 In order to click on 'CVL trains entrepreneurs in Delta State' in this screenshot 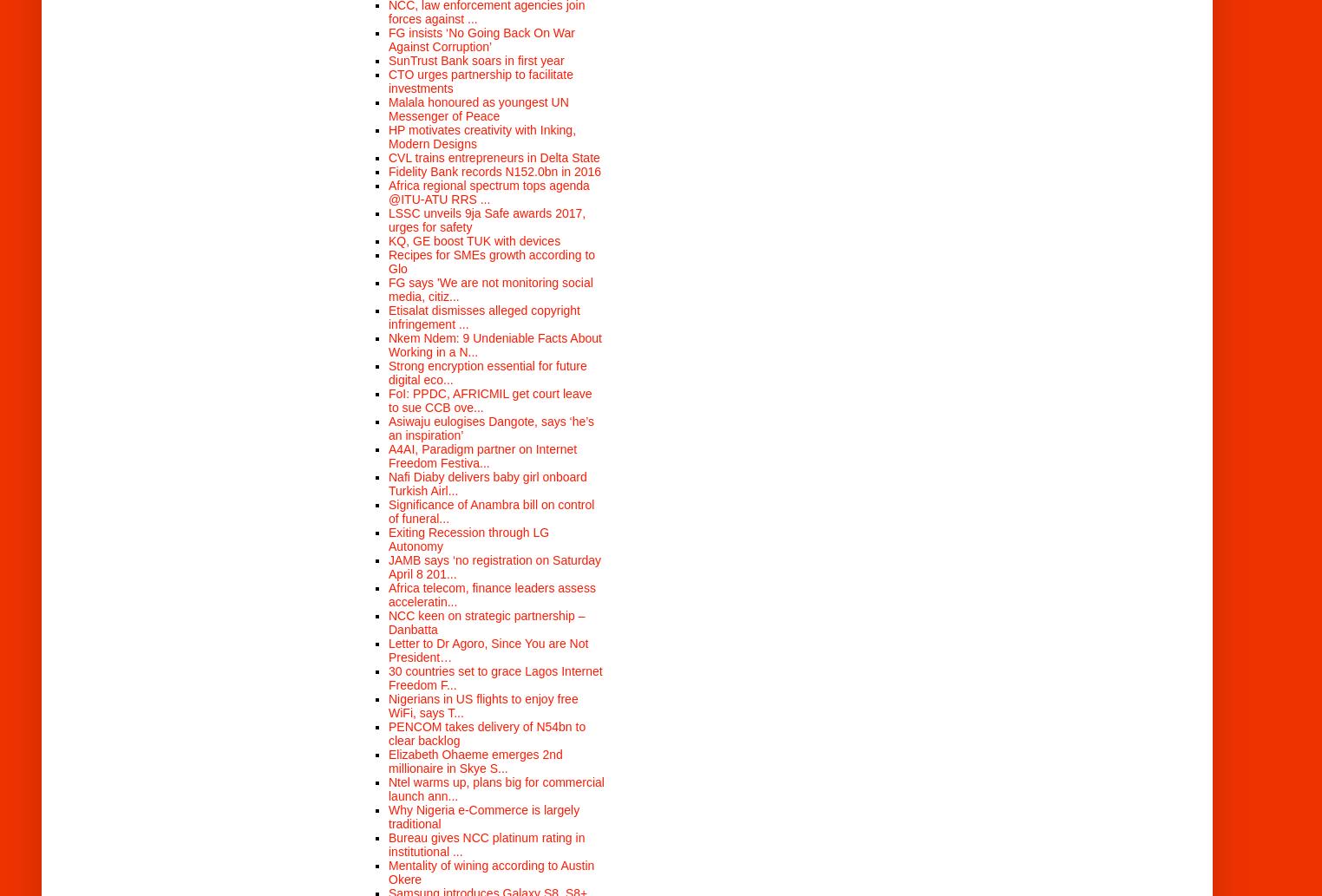, I will do `click(389, 155)`.